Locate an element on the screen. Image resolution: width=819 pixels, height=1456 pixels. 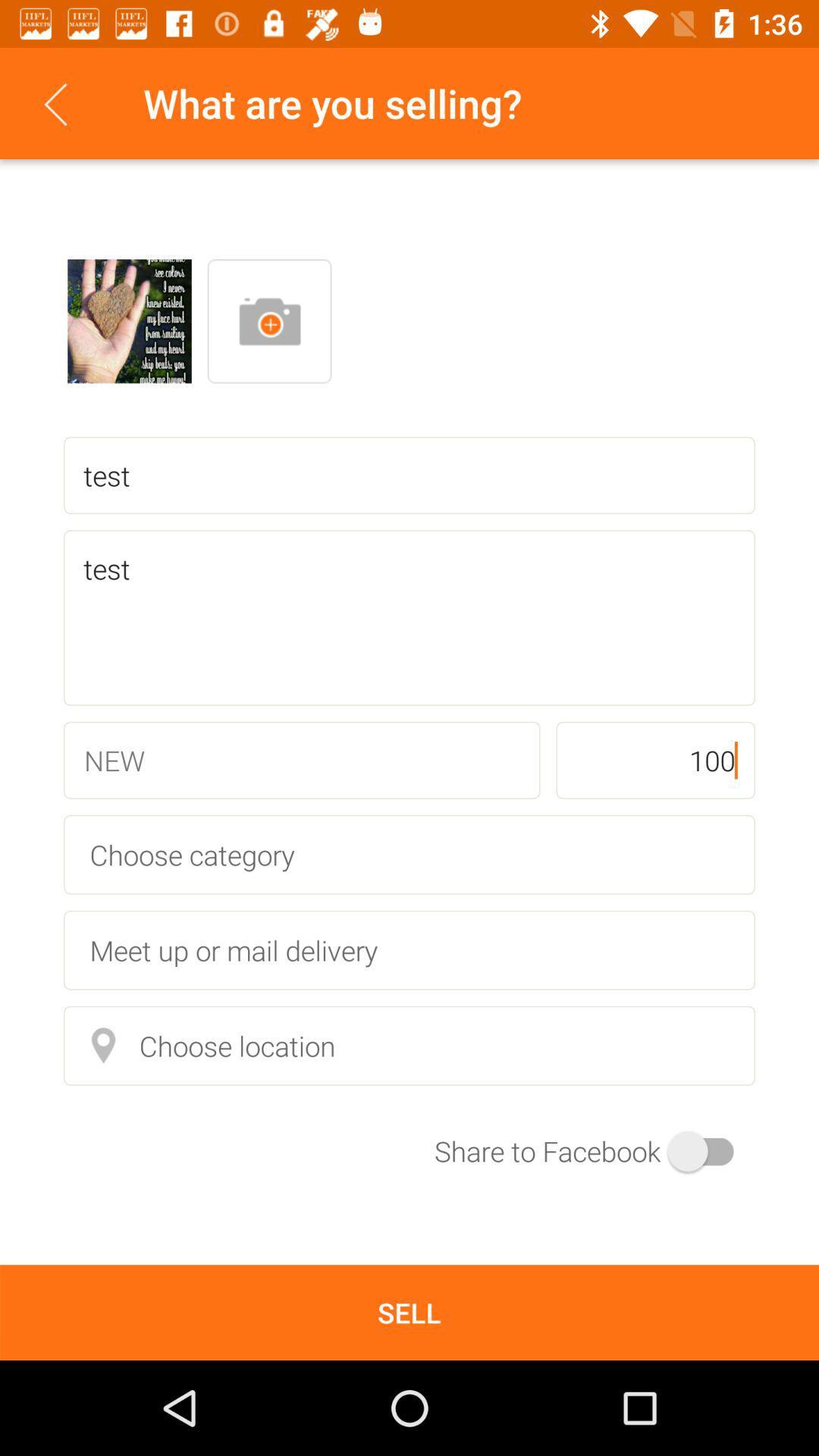
icon on the right is located at coordinates (654, 760).